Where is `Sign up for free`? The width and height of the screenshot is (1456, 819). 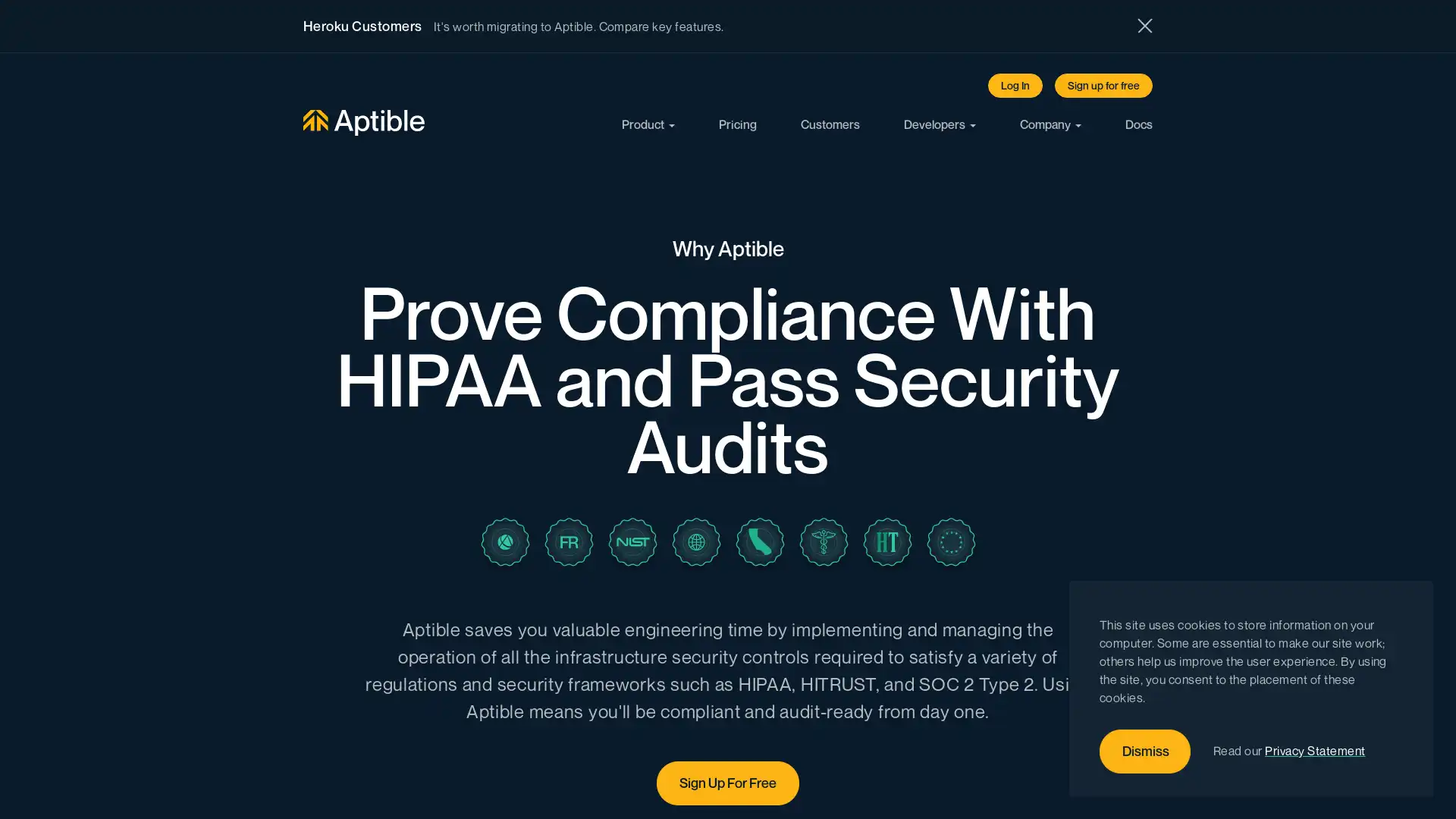 Sign up for free is located at coordinates (1103, 85).